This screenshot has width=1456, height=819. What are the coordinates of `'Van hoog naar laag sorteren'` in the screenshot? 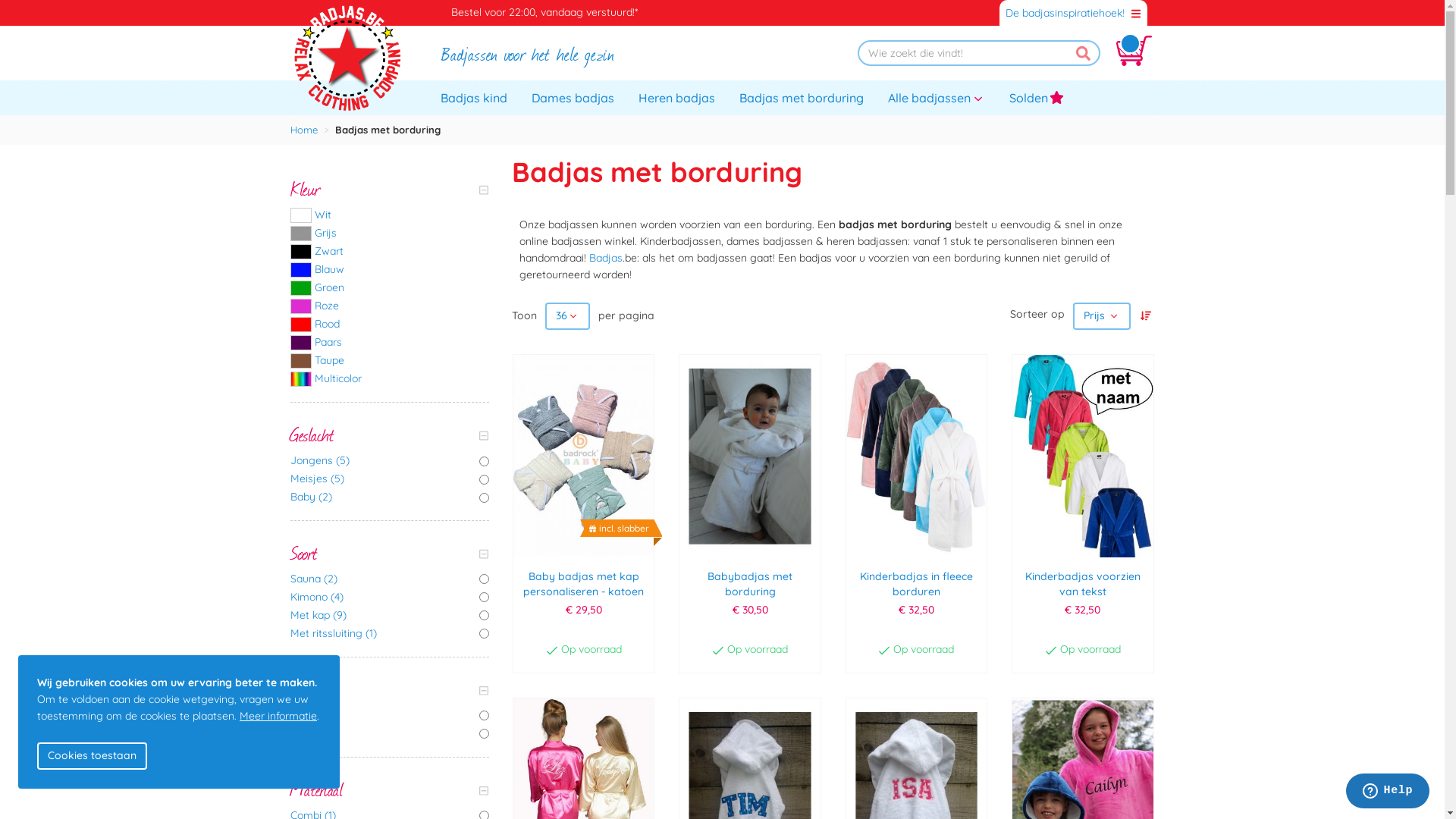 It's located at (1145, 315).